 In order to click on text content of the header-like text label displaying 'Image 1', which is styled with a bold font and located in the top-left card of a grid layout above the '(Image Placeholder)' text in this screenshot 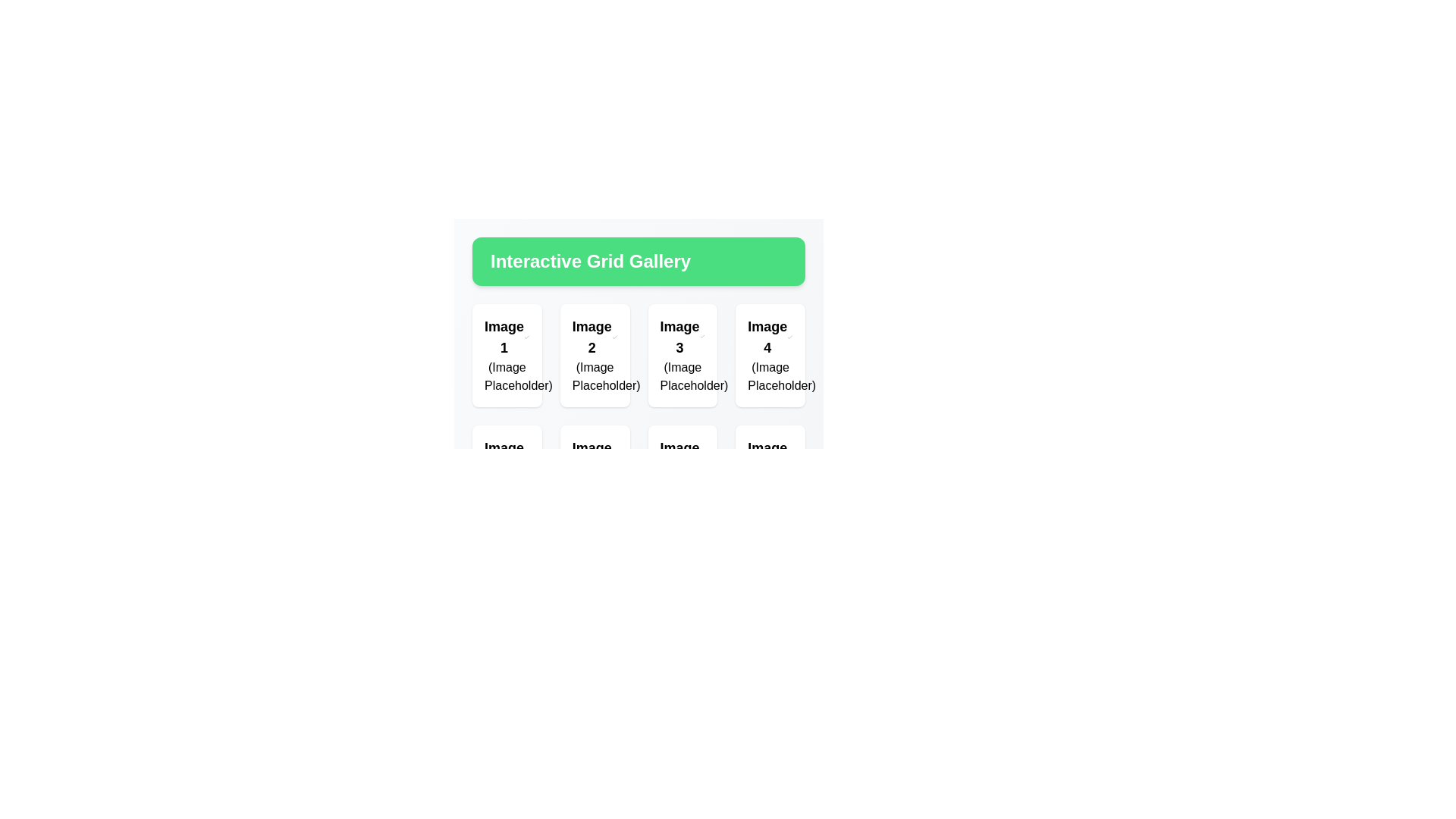, I will do `click(507, 336)`.